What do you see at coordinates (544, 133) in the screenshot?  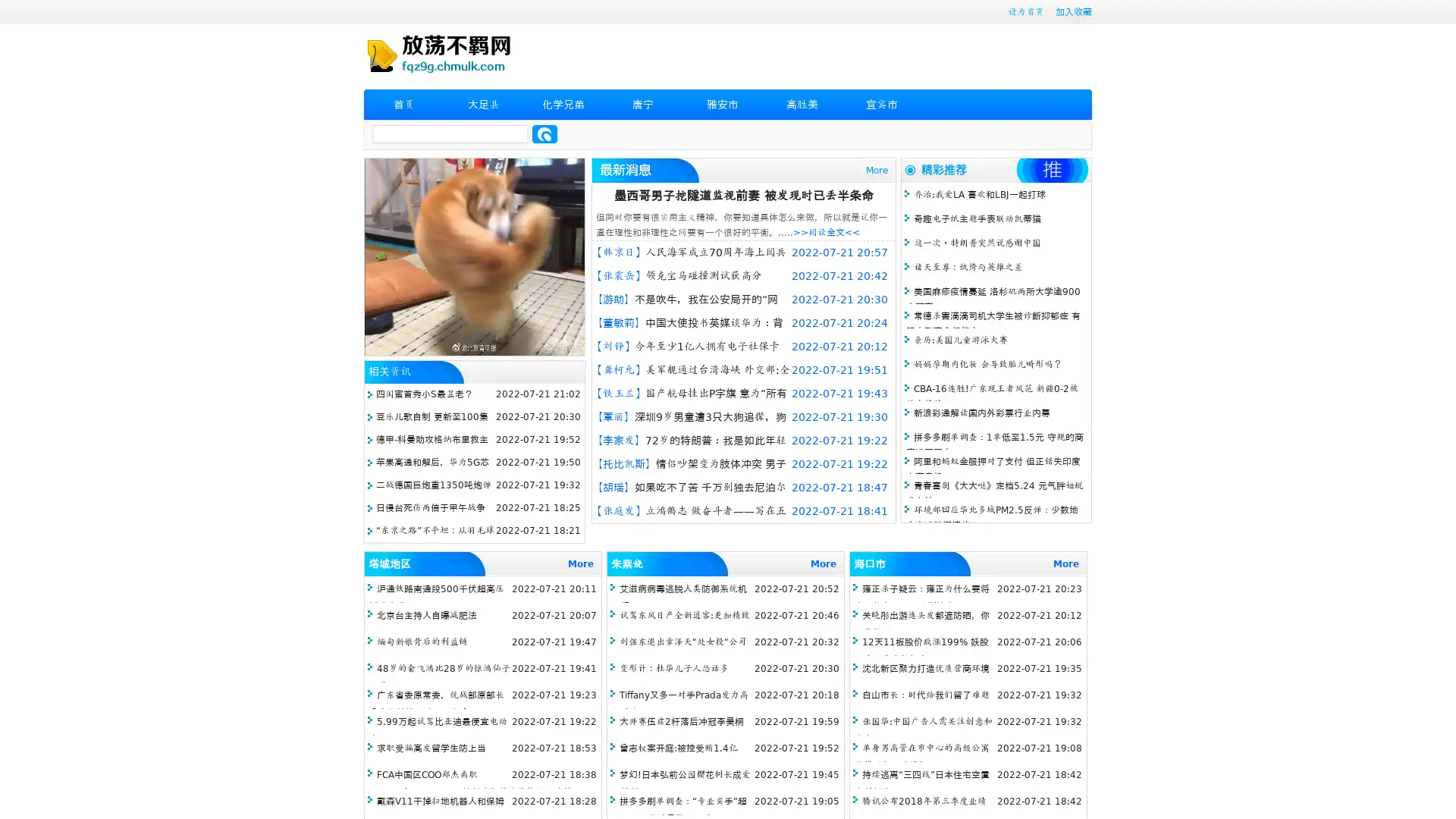 I see `Search` at bounding box center [544, 133].